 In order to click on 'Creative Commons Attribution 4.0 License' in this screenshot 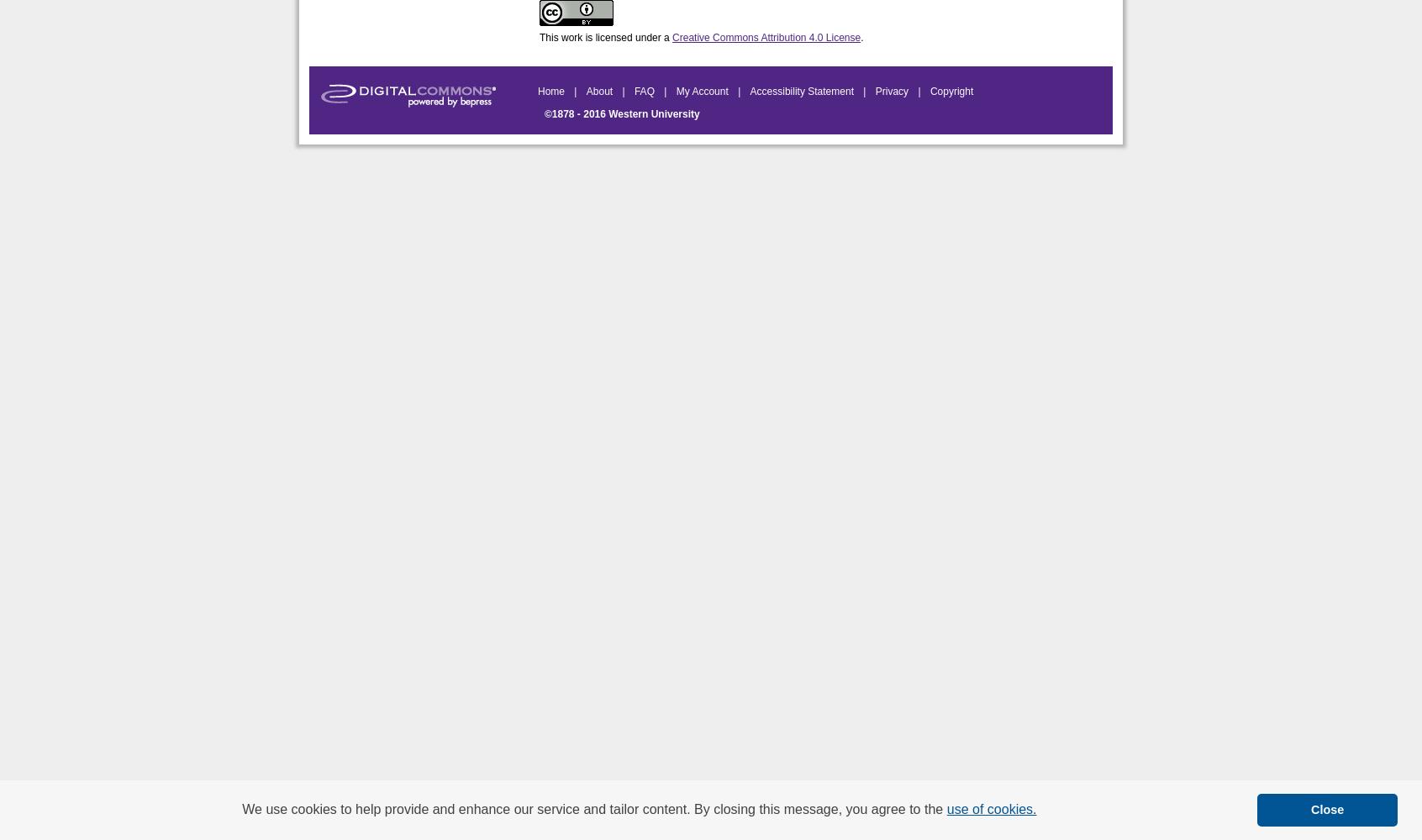, I will do `click(765, 38)`.